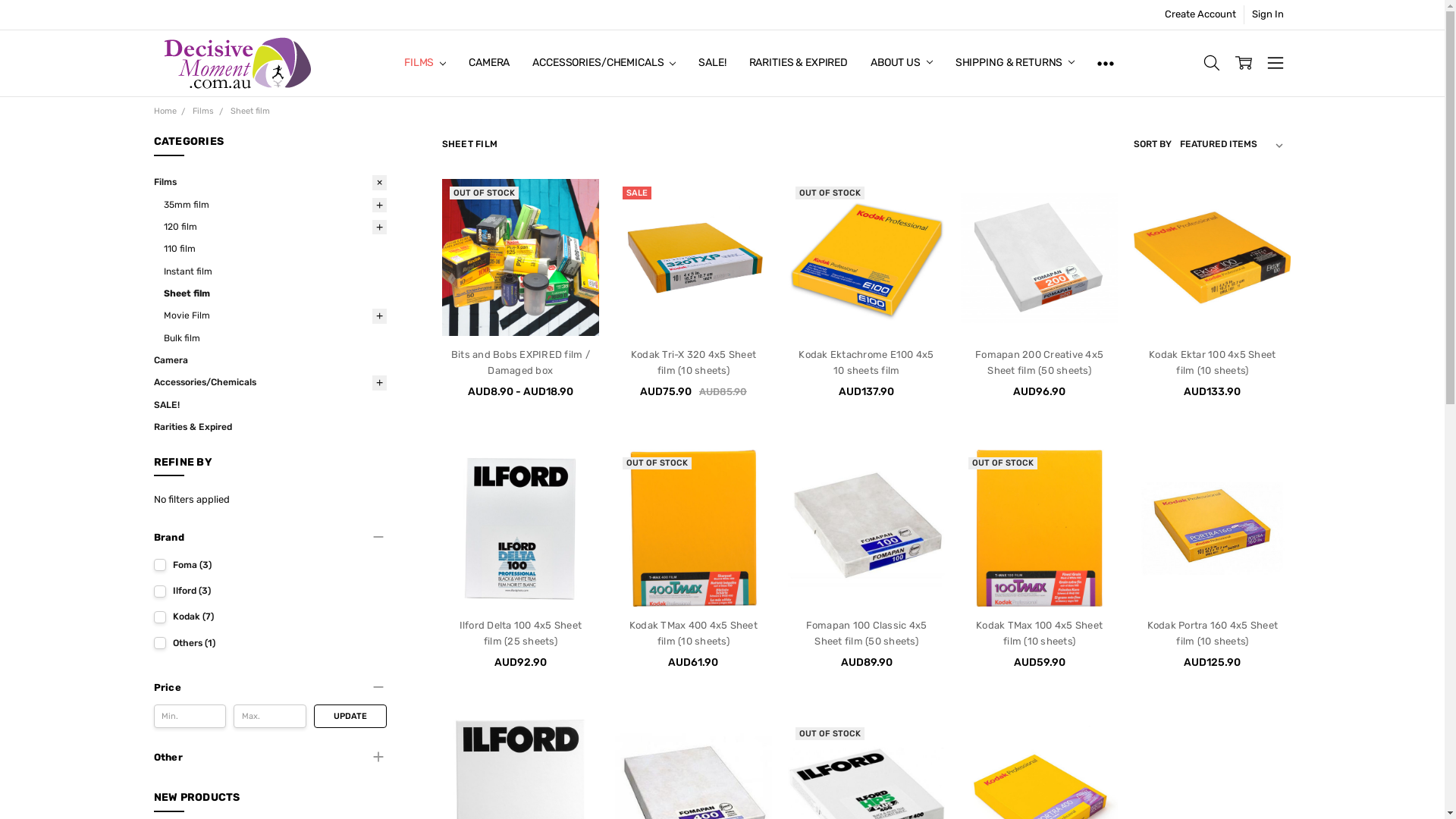 This screenshot has width=1456, height=819. Describe the element at coordinates (275, 205) in the screenshot. I see `'35mm film'` at that location.